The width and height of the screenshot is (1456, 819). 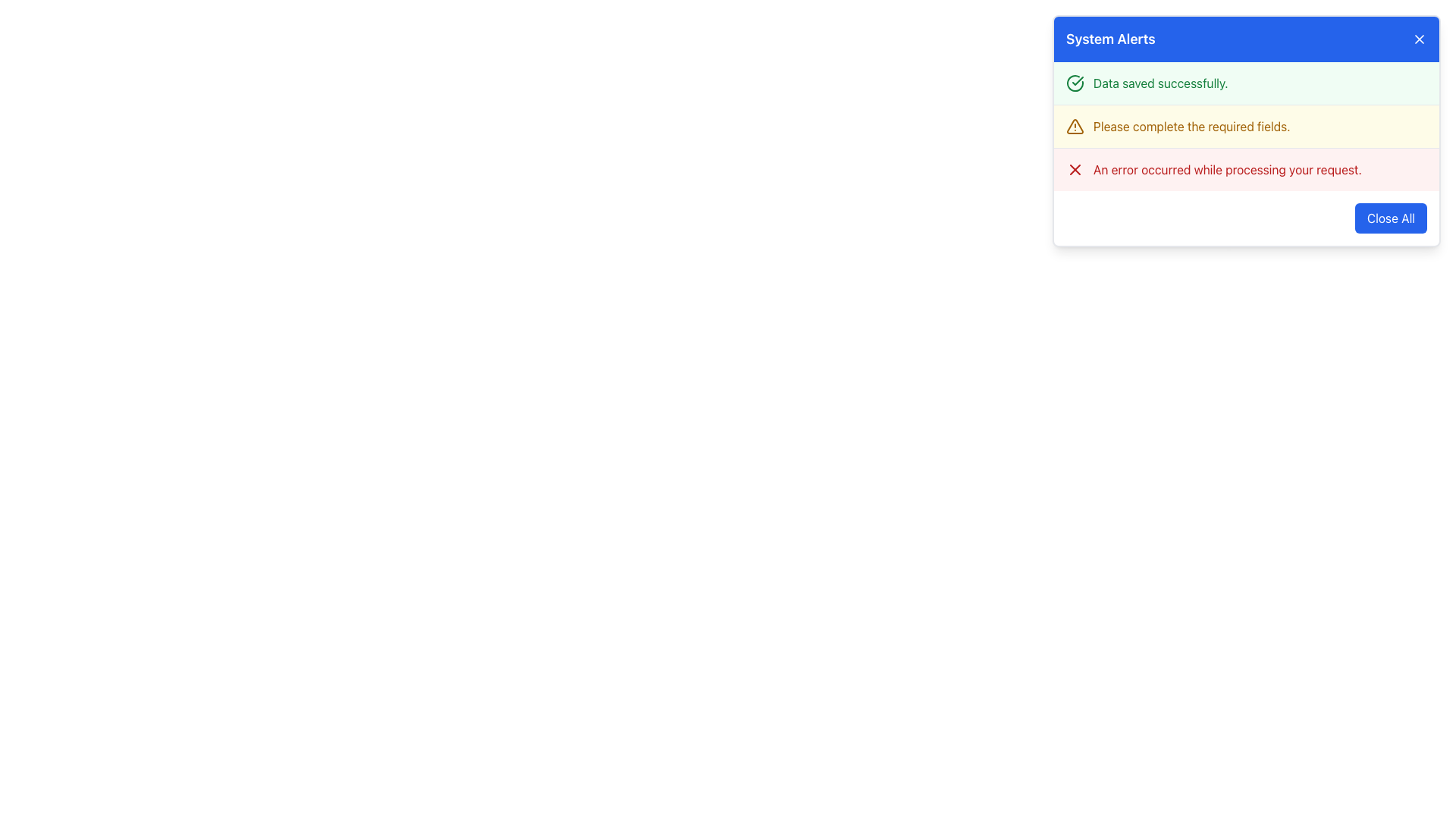 What do you see at coordinates (1246, 125) in the screenshot?
I see `the Notification Bar that informs users about incomplete mandatory fields, located in the middle of the 'System Alerts' notification panel` at bounding box center [1246, 125].